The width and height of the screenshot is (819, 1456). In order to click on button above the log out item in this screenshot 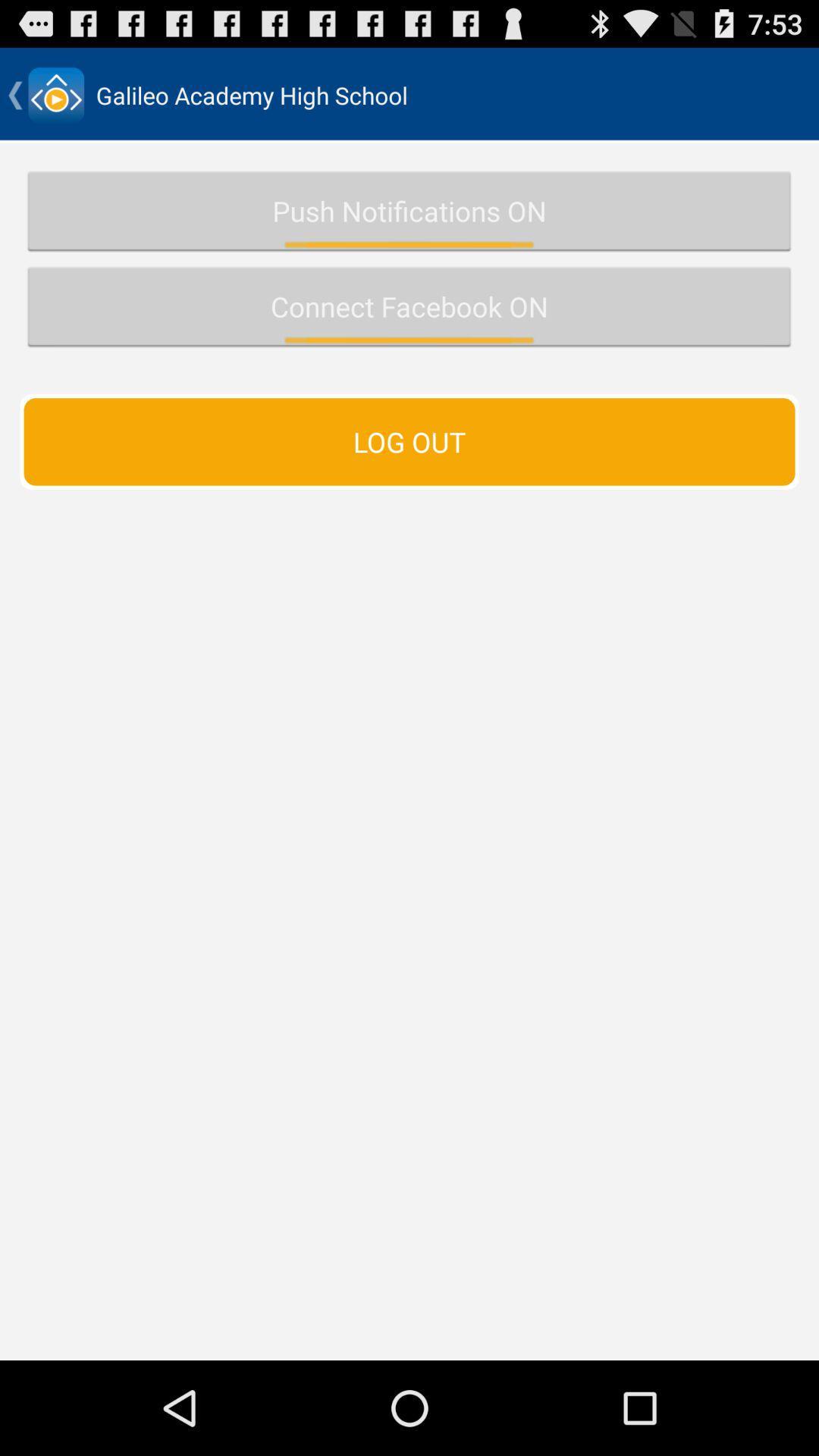, I will do `click(409, 306)`.